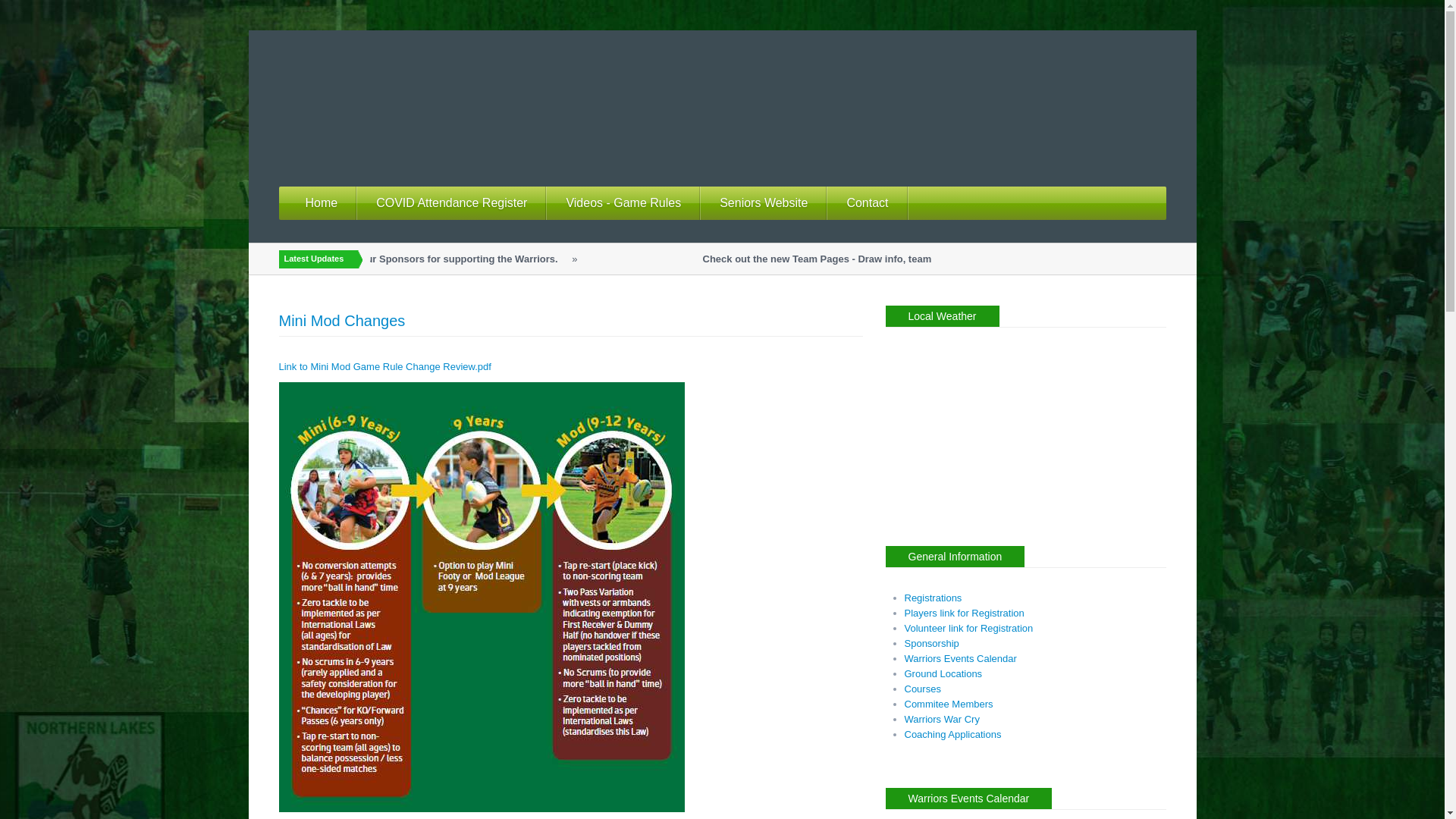 This screenshot has width=1456, height=819. I want to click on 'Sponsorship', so click(930, 643).